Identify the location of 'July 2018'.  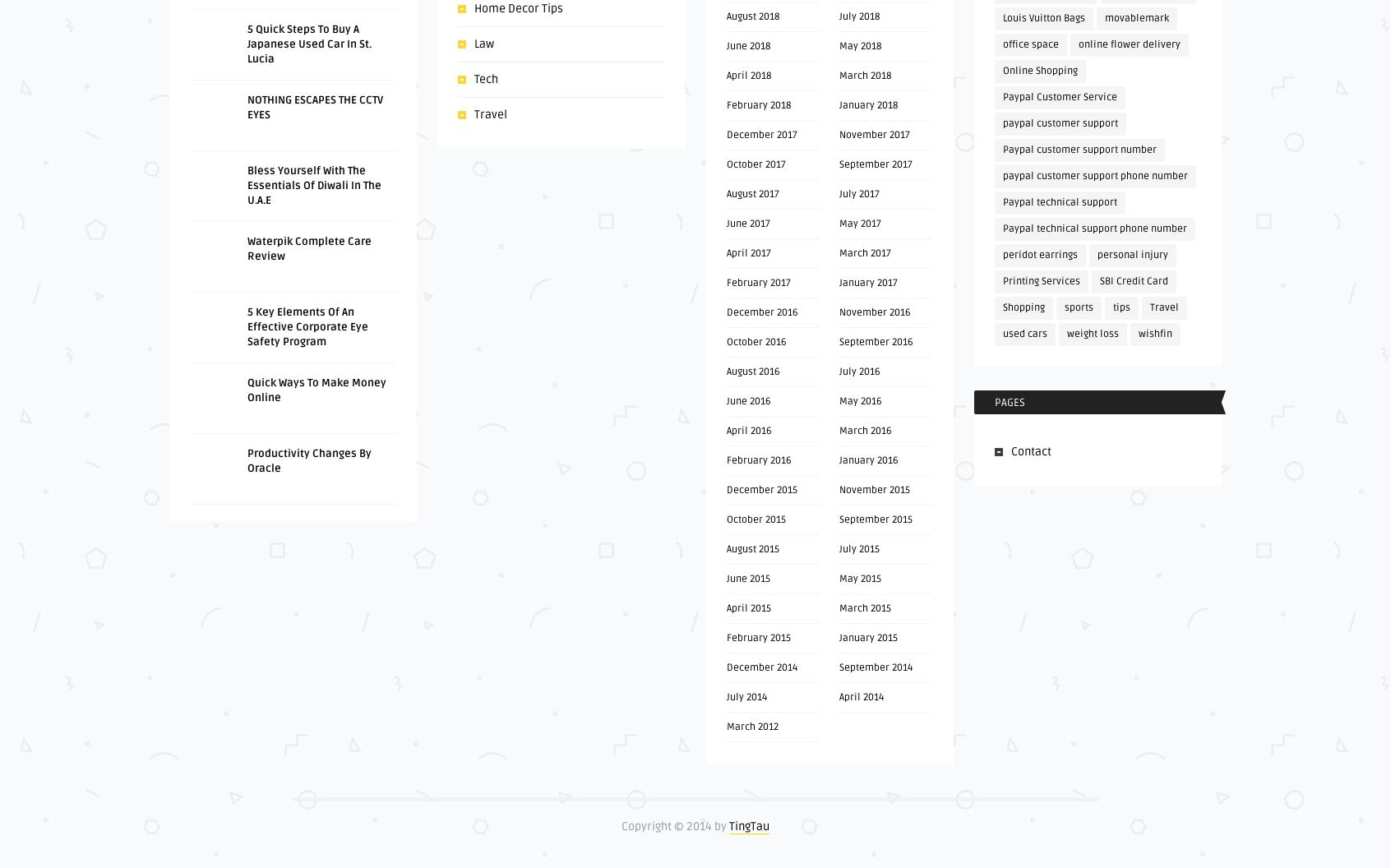
(857, 16).